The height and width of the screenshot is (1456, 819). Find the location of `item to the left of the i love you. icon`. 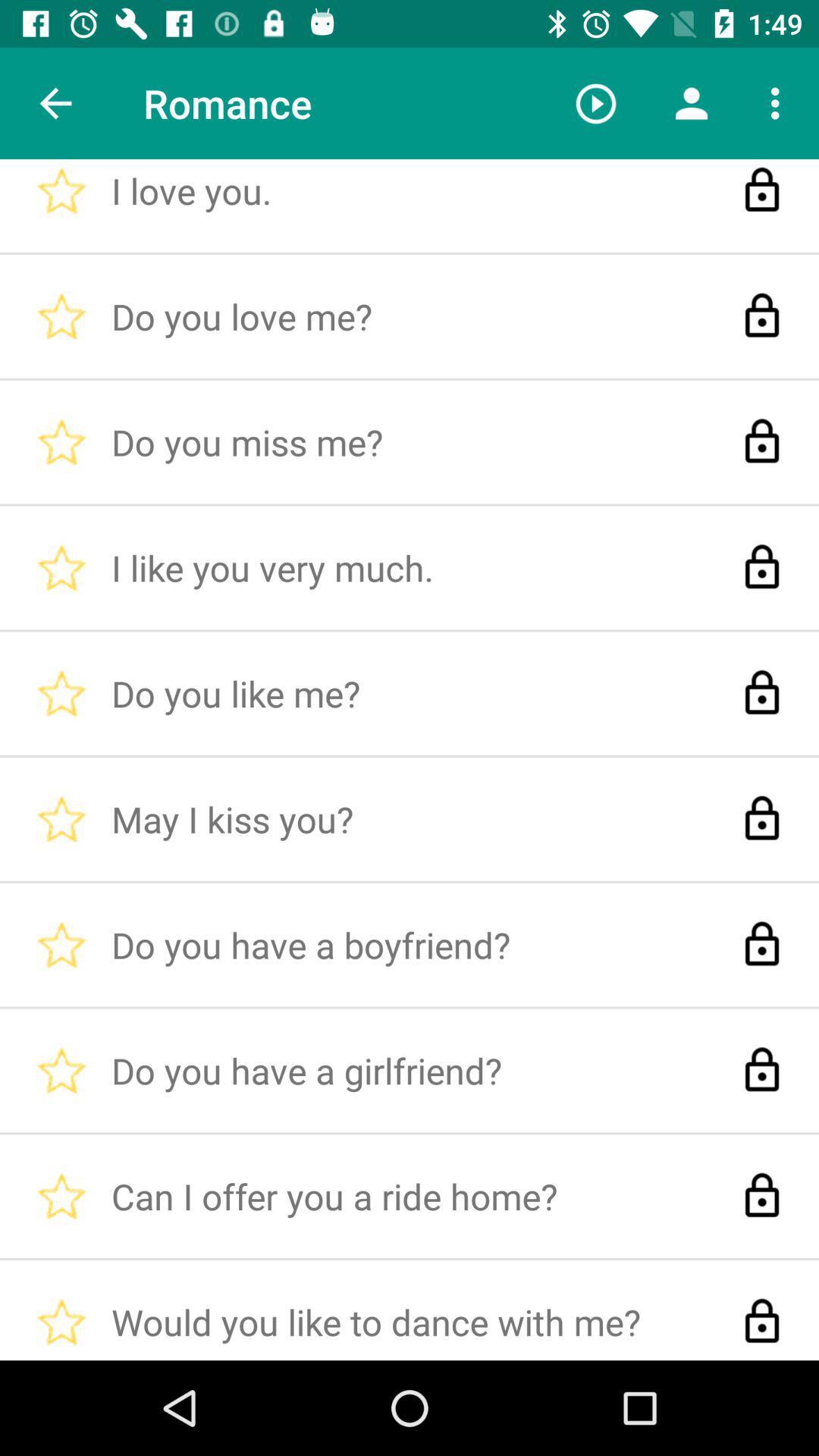

item to the left of the i love you. icon is located at coordinates (55, 102).